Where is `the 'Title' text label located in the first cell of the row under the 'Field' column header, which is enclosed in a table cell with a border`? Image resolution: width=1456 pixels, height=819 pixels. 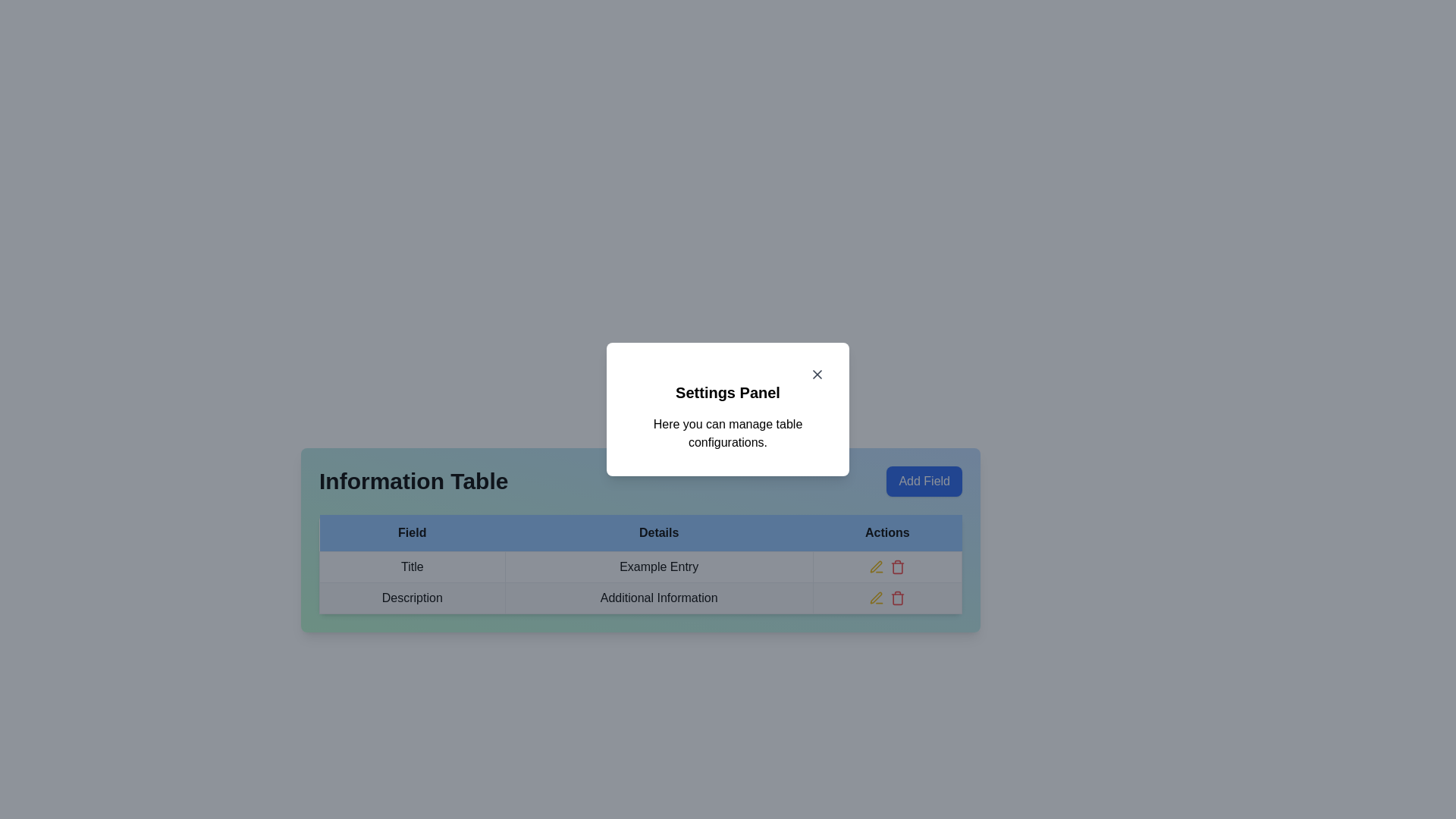 the 'Title' text label located in the first cell of the row under the 'Field' column header, which is enclosed in a table cell with a border is located at coordinates (412, 567).